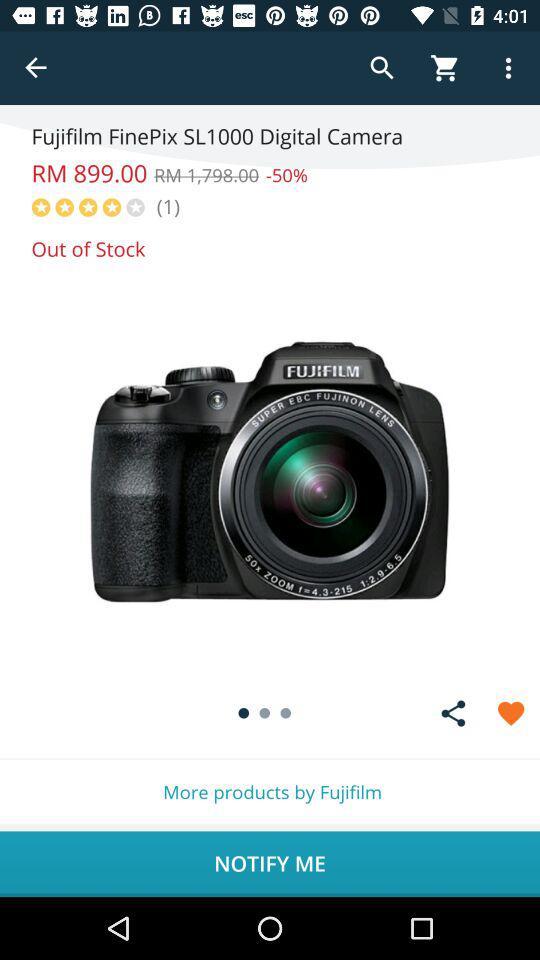  What do you see at coordinates (36, 68) in the screenshot?
I see `go back` at bounding box center [36, 68].